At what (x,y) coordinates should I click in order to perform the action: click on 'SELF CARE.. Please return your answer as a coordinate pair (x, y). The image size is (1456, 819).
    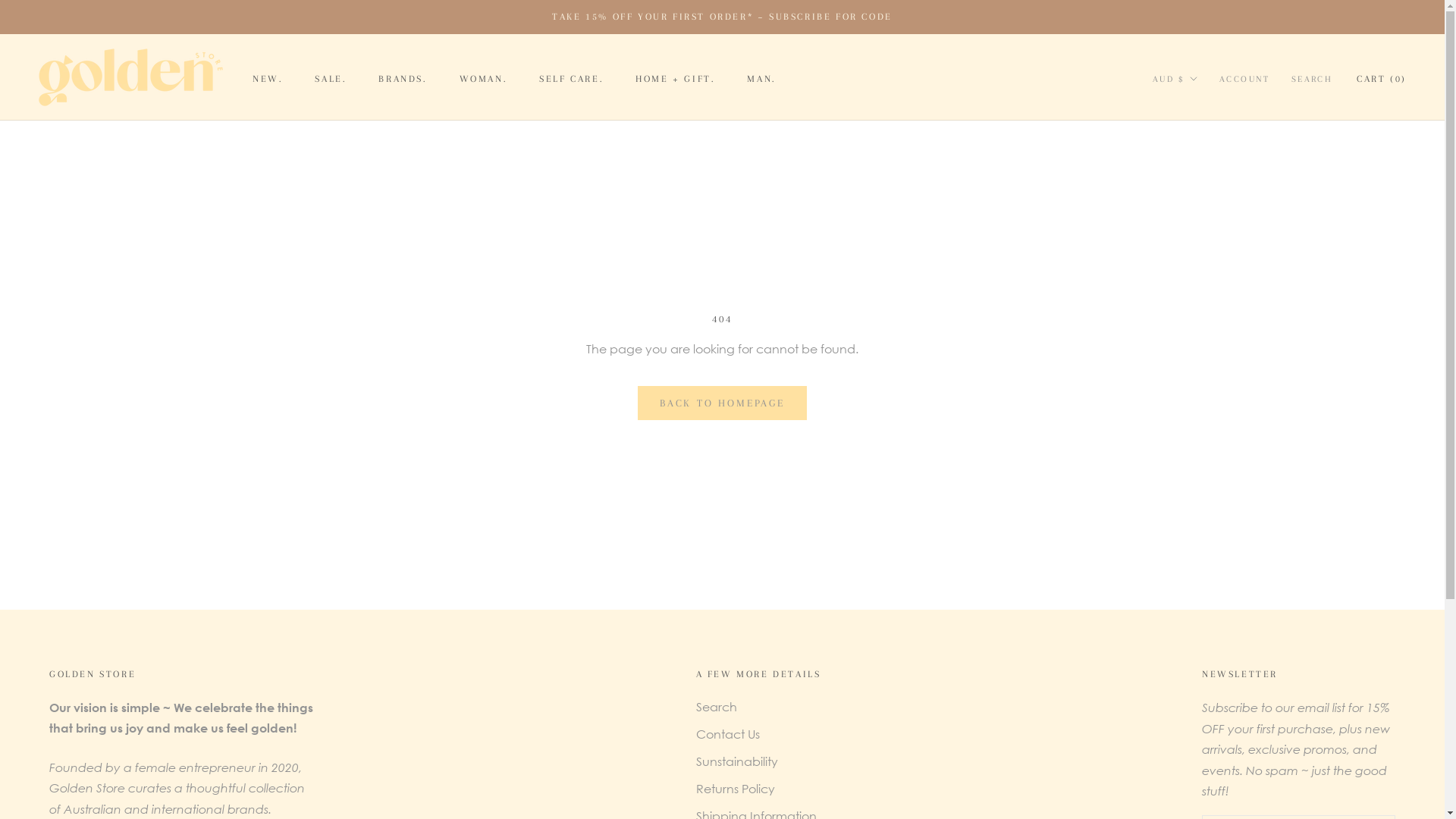
    Looking at the image, I should click on (570, 79).